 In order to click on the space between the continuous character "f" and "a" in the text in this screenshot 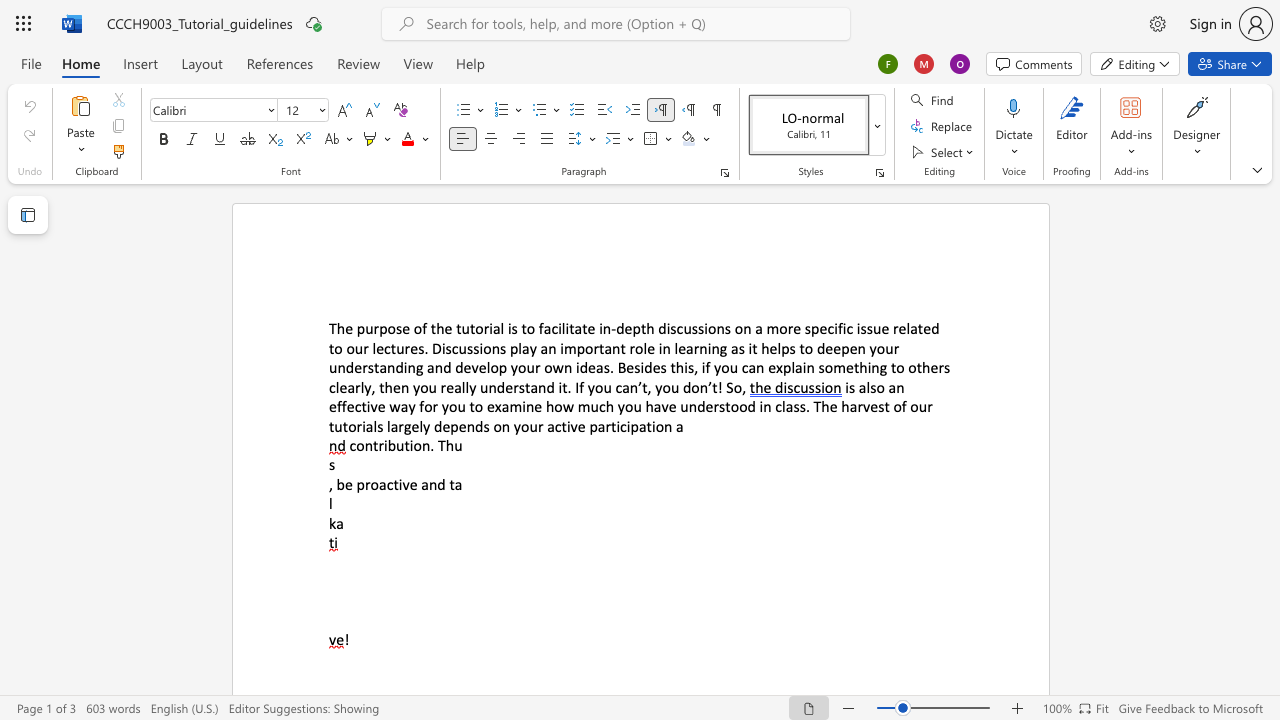, I will do `click(544, 327)`.